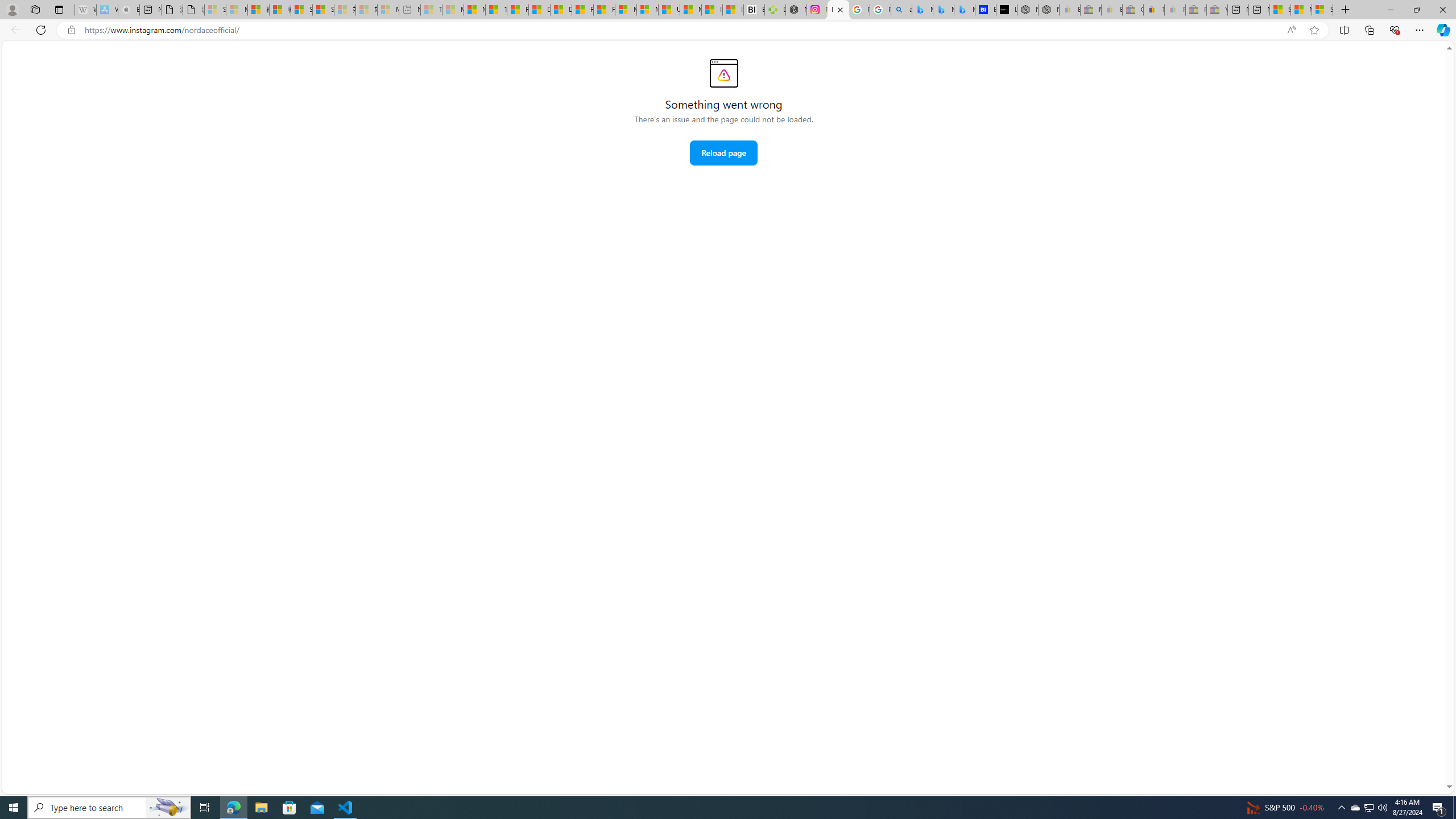  I want to click on 'Food and Drink - MSN', so click(517, 9).